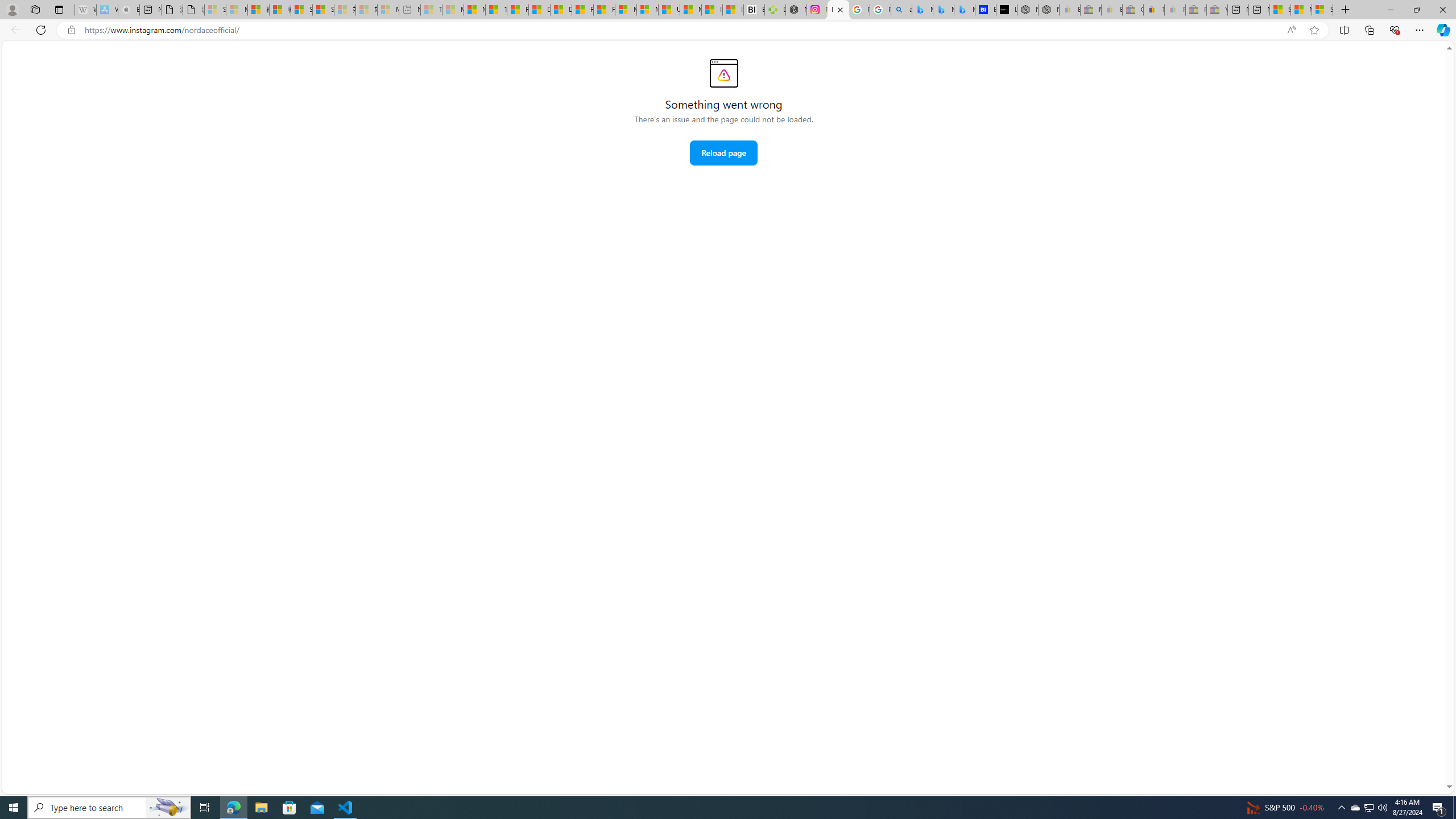  I want to click on 'Food and Drink - MSN', so click(517, 9).